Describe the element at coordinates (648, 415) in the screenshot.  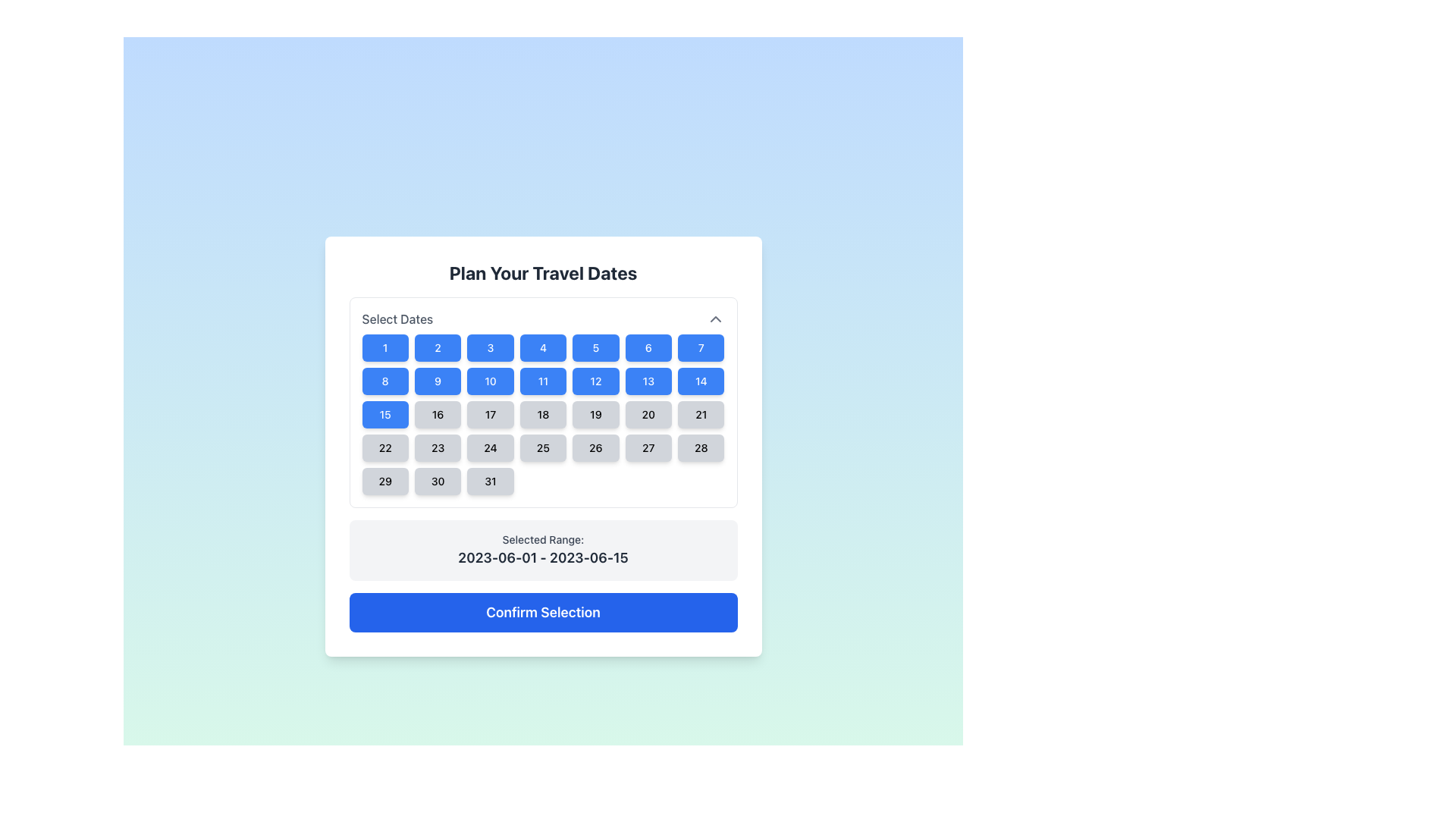
I see `the date selection button for '20' in the calendar under the 'Select Dates' section` at that location.